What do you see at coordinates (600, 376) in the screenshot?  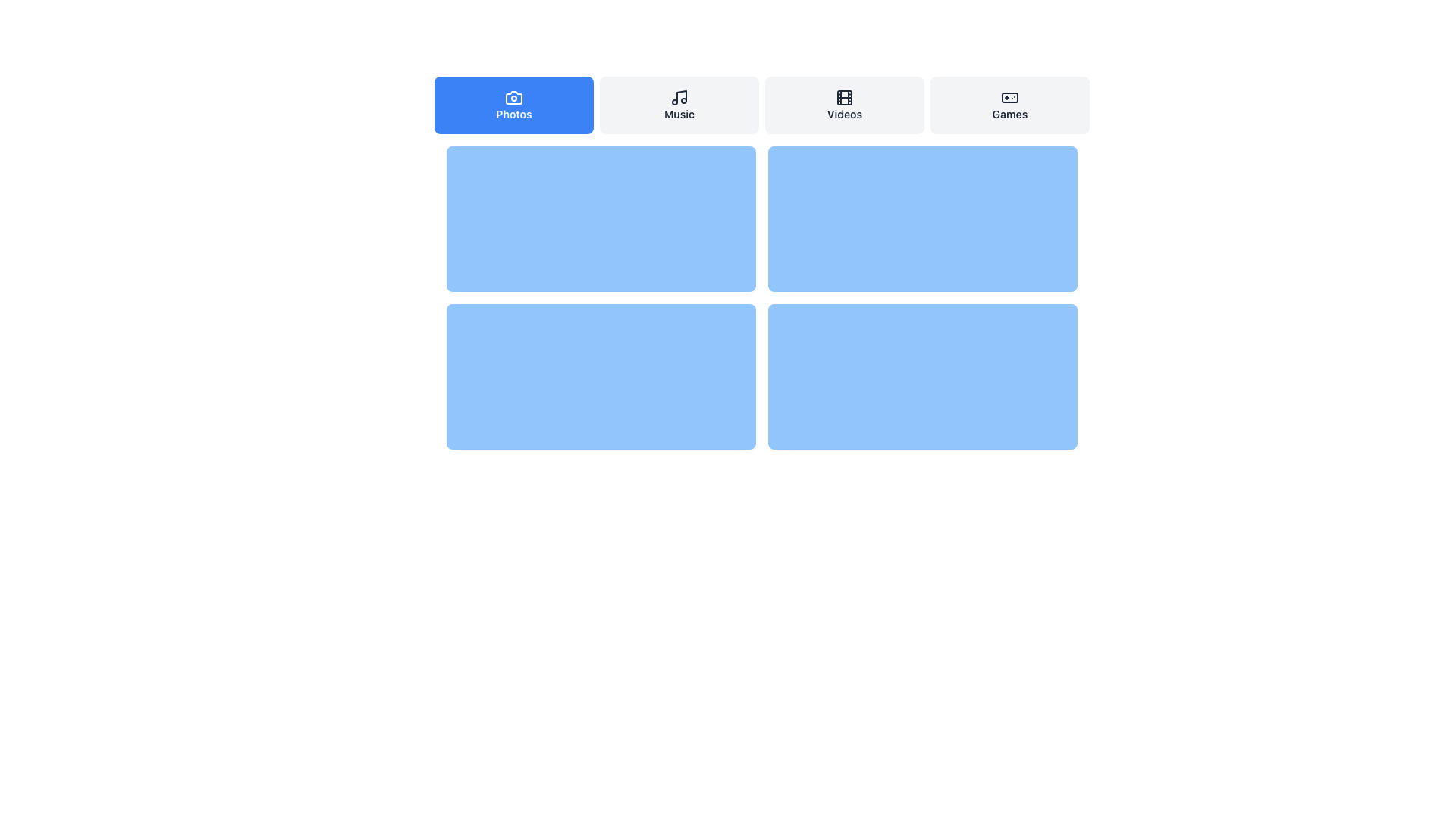 I see `the light blue rectangular box with rounded corners located` at bounding box center [600, 376].